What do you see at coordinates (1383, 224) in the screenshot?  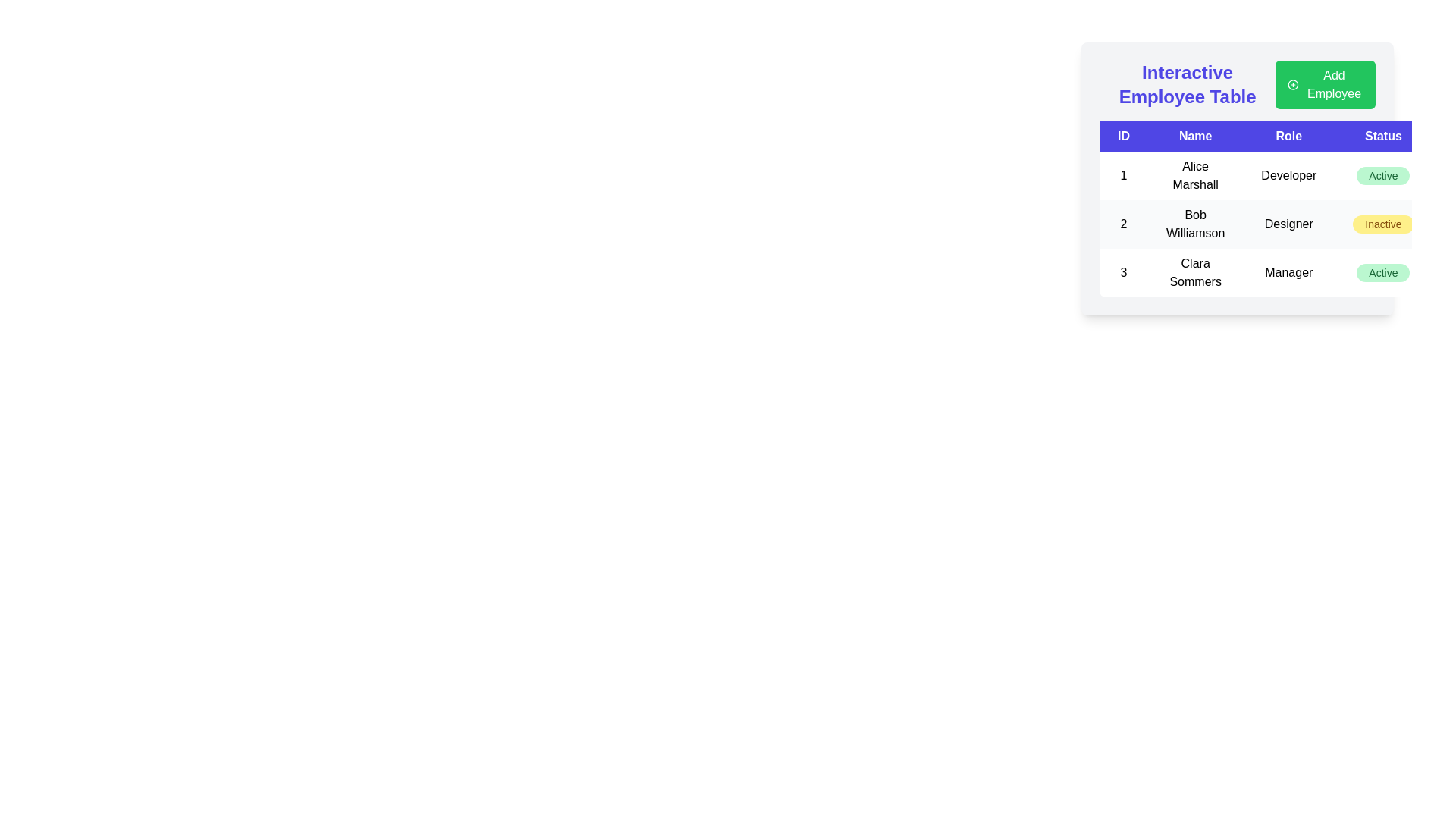 I see `the status indicator label for user 'Bob Williamson', which shows that he is currently inactive, located in the fourth column of his row` at bounding box center [1383, 224].